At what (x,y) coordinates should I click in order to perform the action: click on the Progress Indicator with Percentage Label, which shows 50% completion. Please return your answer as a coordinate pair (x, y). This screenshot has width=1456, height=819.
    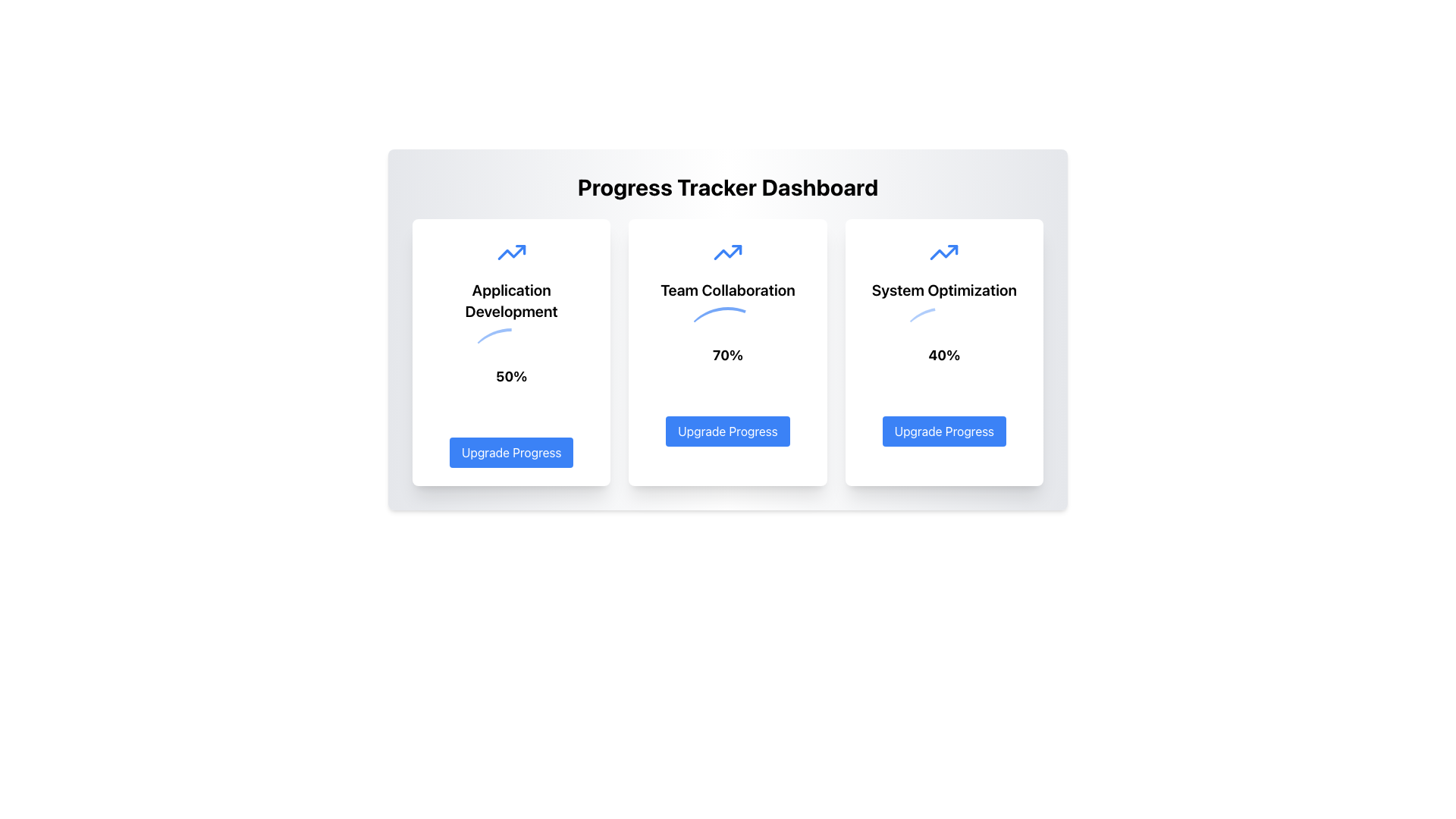
    Looking at the image, I should click on (511, 376).